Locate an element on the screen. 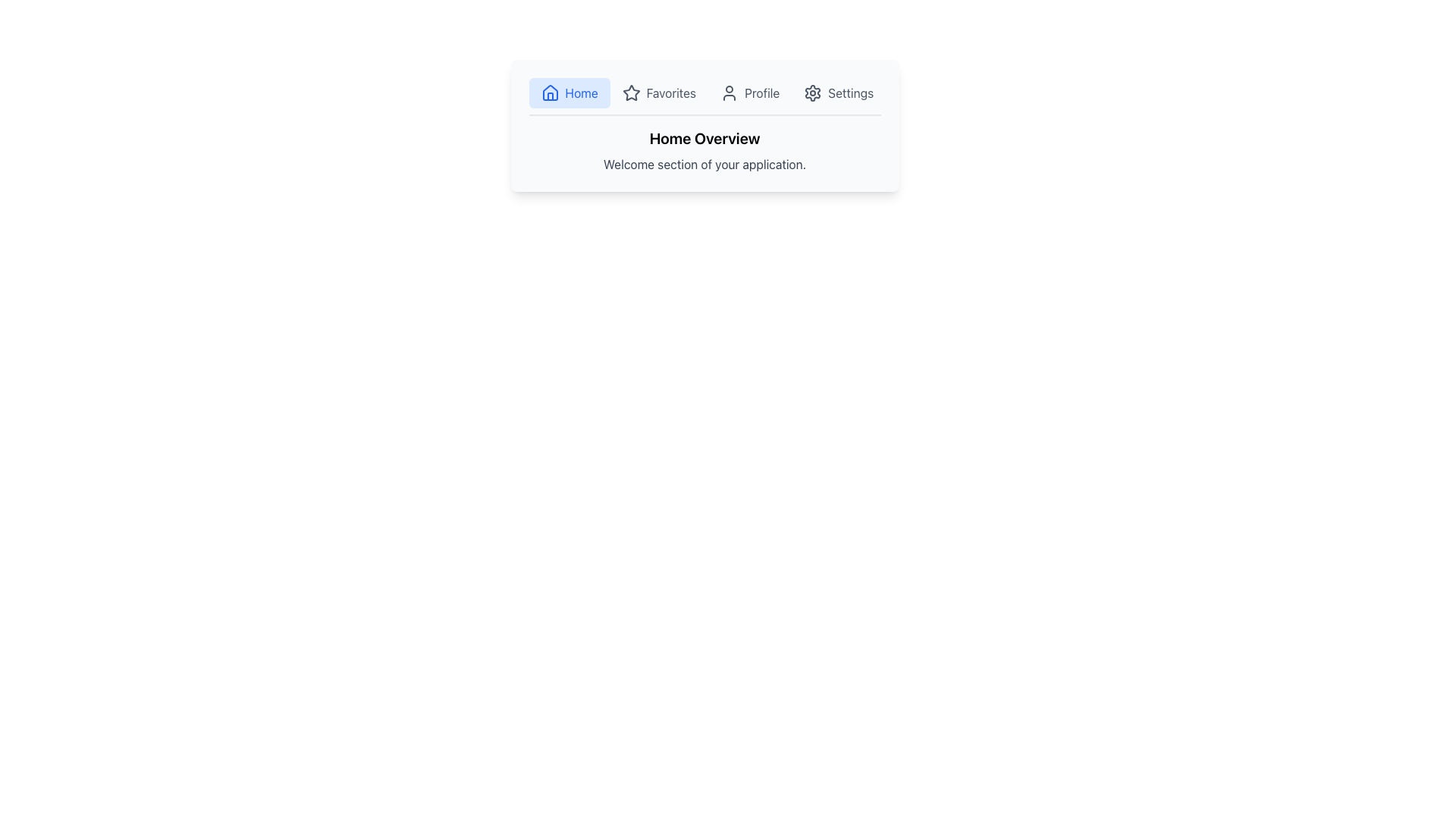  the static text displaying 'Welcome section of your application.' which is centrally aligned below the 'Home Overview' header is located at coordinates (704, 164).